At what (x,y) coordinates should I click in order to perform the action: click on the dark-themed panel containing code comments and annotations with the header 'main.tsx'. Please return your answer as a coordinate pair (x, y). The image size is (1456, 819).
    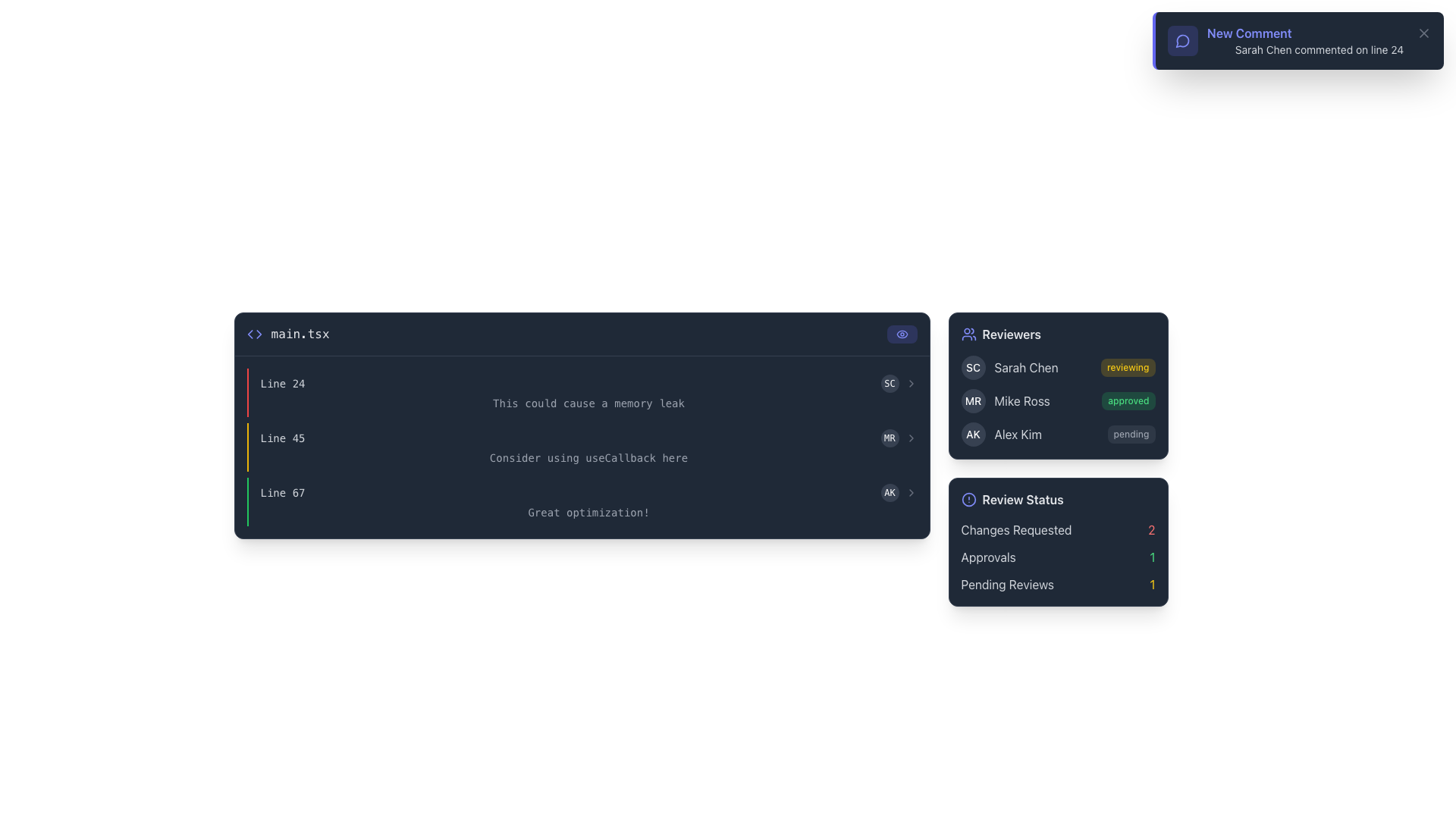
    Looking at the image, I should click on (581, 458).